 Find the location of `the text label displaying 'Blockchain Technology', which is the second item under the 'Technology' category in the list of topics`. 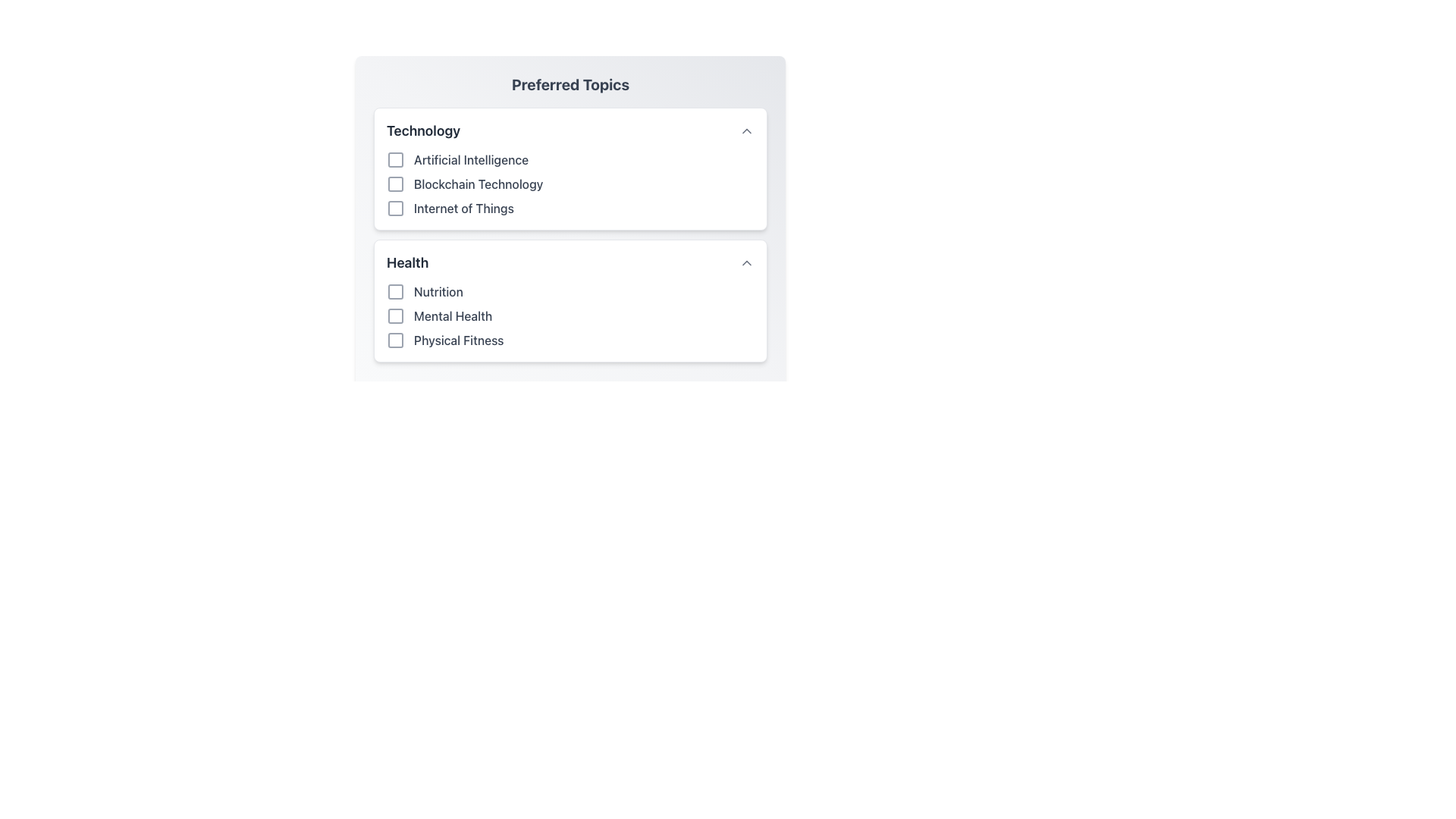

the text label displaying 'Blockchain Technology', which is the second item under the 'Technology' category in the list of topics is located at coordinates (478, 184).